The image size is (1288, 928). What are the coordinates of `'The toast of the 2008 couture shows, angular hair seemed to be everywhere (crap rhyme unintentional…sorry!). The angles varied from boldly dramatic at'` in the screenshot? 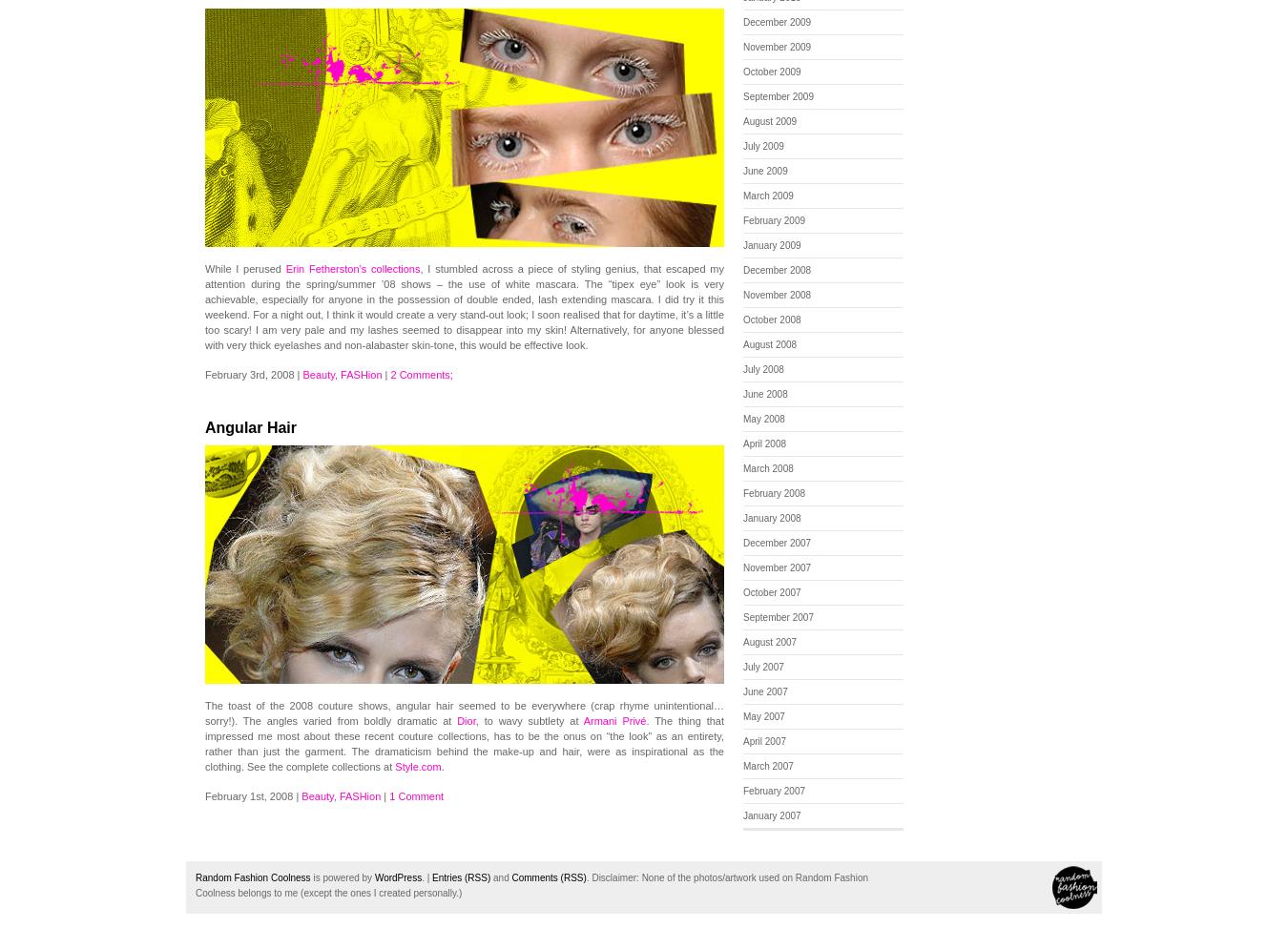 It's located at (463, 713).